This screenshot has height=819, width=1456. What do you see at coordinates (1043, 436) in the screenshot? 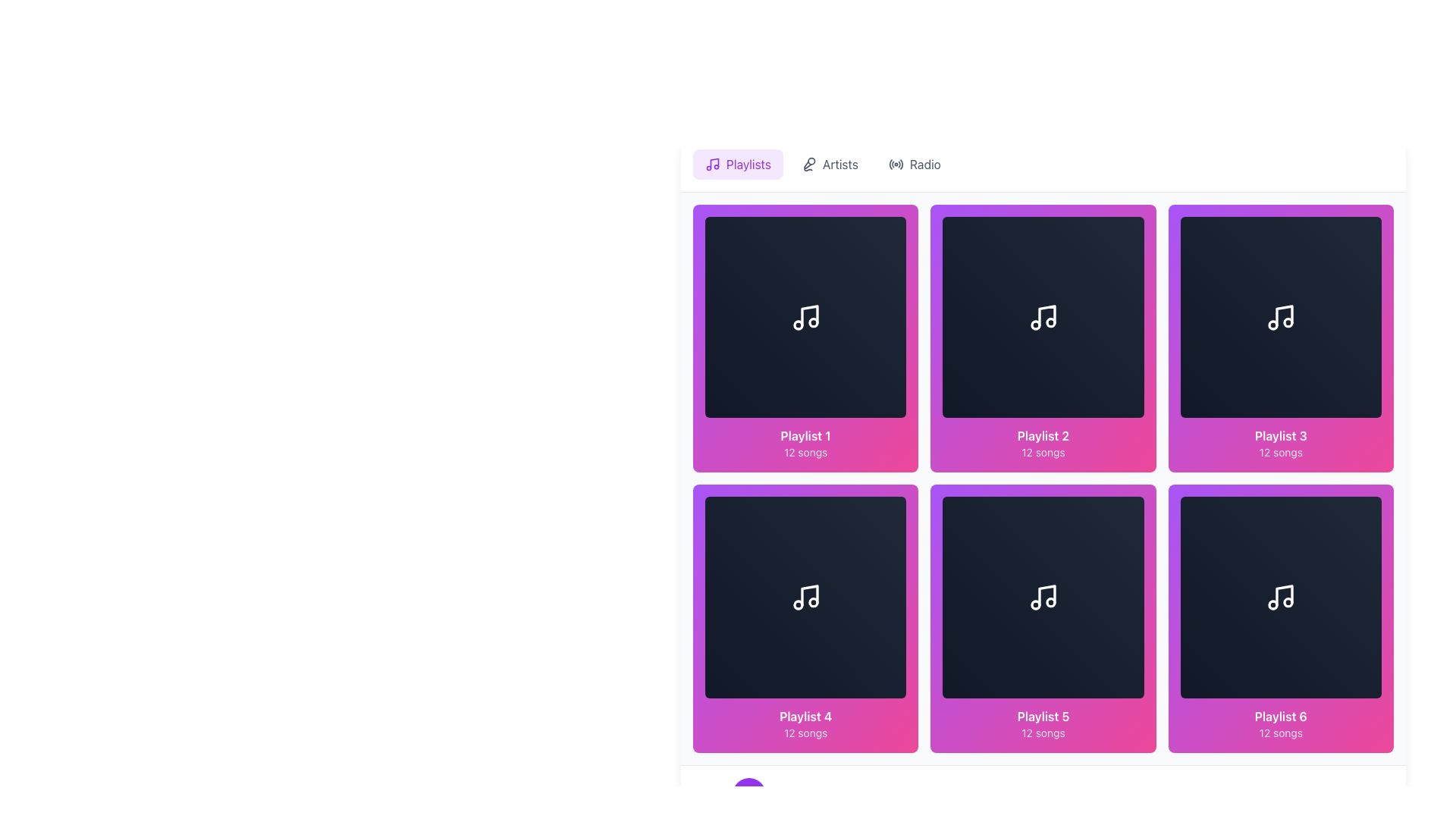
I see `the text label 'Playlist 2' styled in bold white font located in the second tile of a 3x2 grid layout to focus on it` at bounding box center [1043, 436].